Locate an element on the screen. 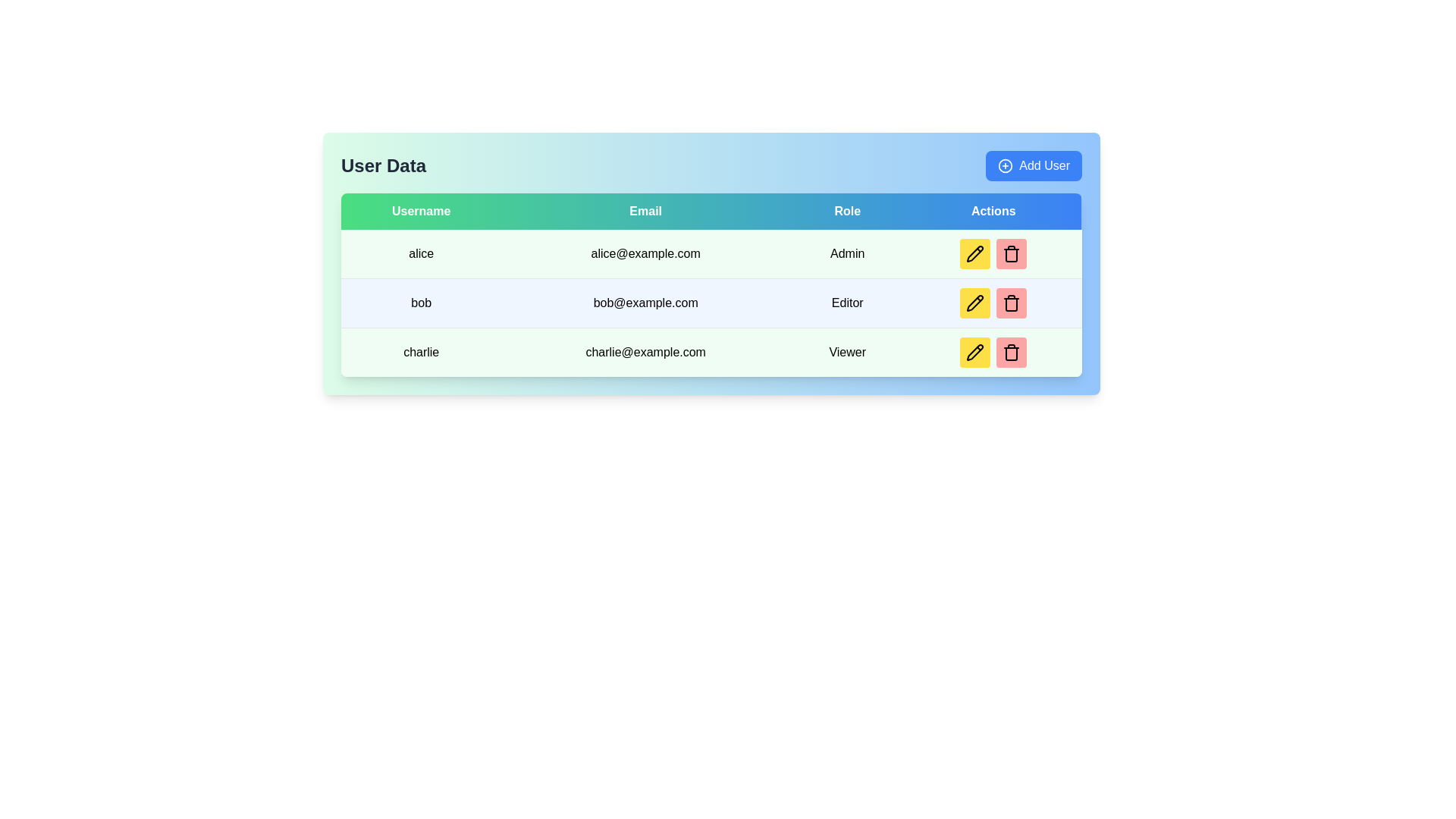  the central body of the outlined trash bin icon segment located is located at coordinates (1012, 254).